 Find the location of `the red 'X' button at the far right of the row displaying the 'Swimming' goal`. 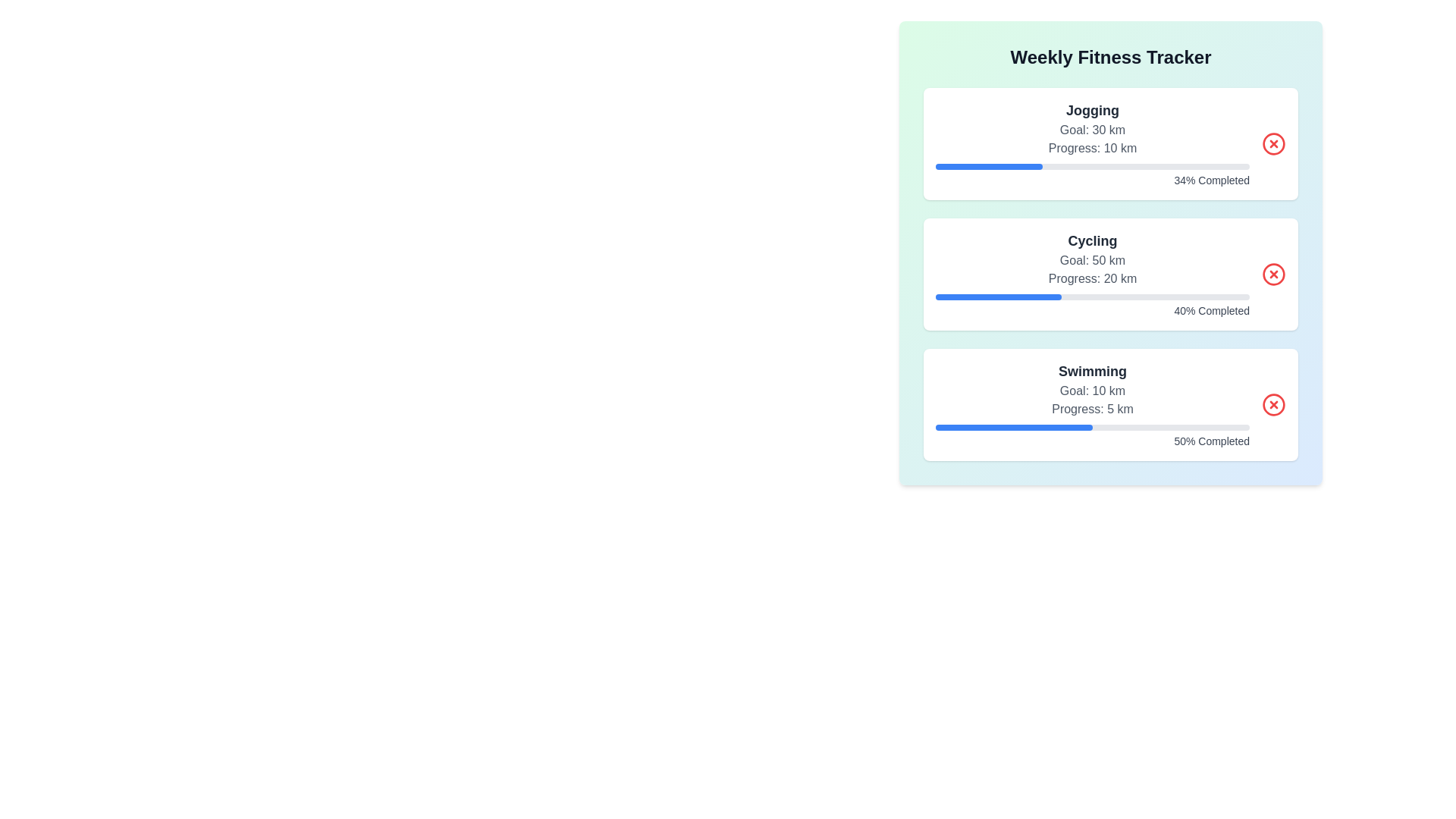

the red 'X' button at the far right of the row displaying the 'Swimming' goal is located at coordinates (1274, 403).